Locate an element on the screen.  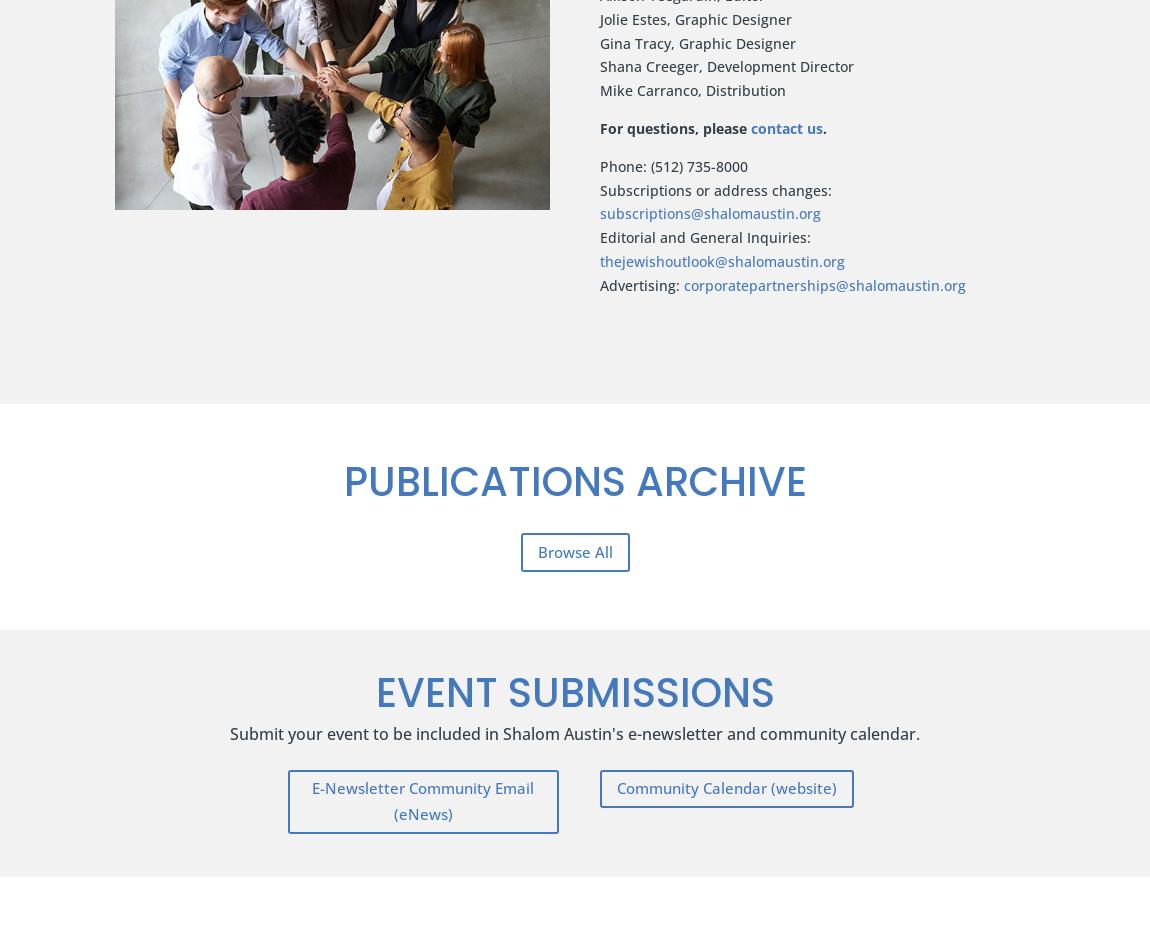
'Browse All' is located at coordinates (574, 549).